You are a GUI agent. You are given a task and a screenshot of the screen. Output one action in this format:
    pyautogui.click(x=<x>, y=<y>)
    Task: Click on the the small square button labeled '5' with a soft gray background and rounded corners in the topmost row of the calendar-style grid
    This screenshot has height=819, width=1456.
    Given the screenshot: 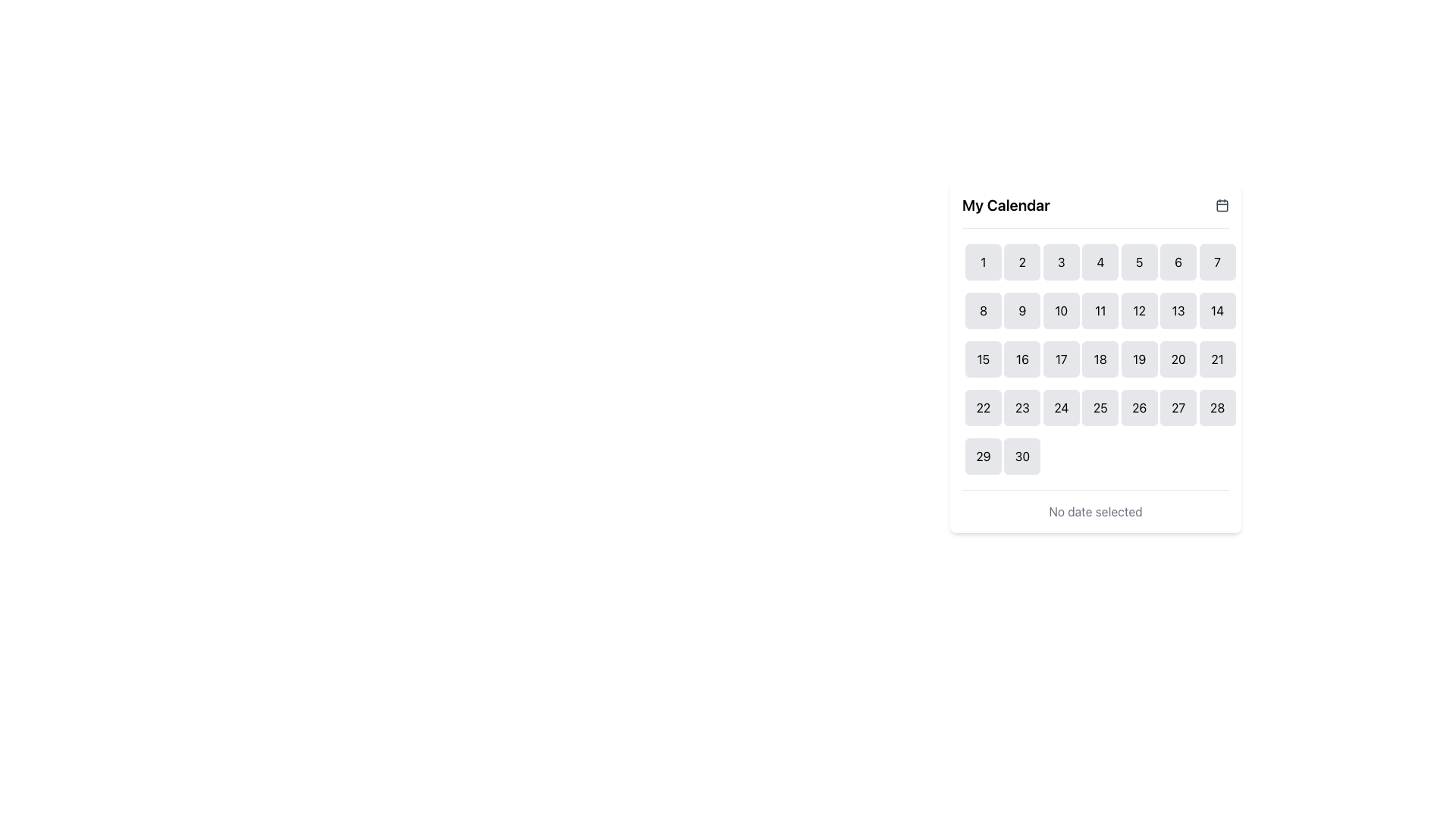 What is the action you would take?
    pyautogui.click(x=1139, y=262)
    